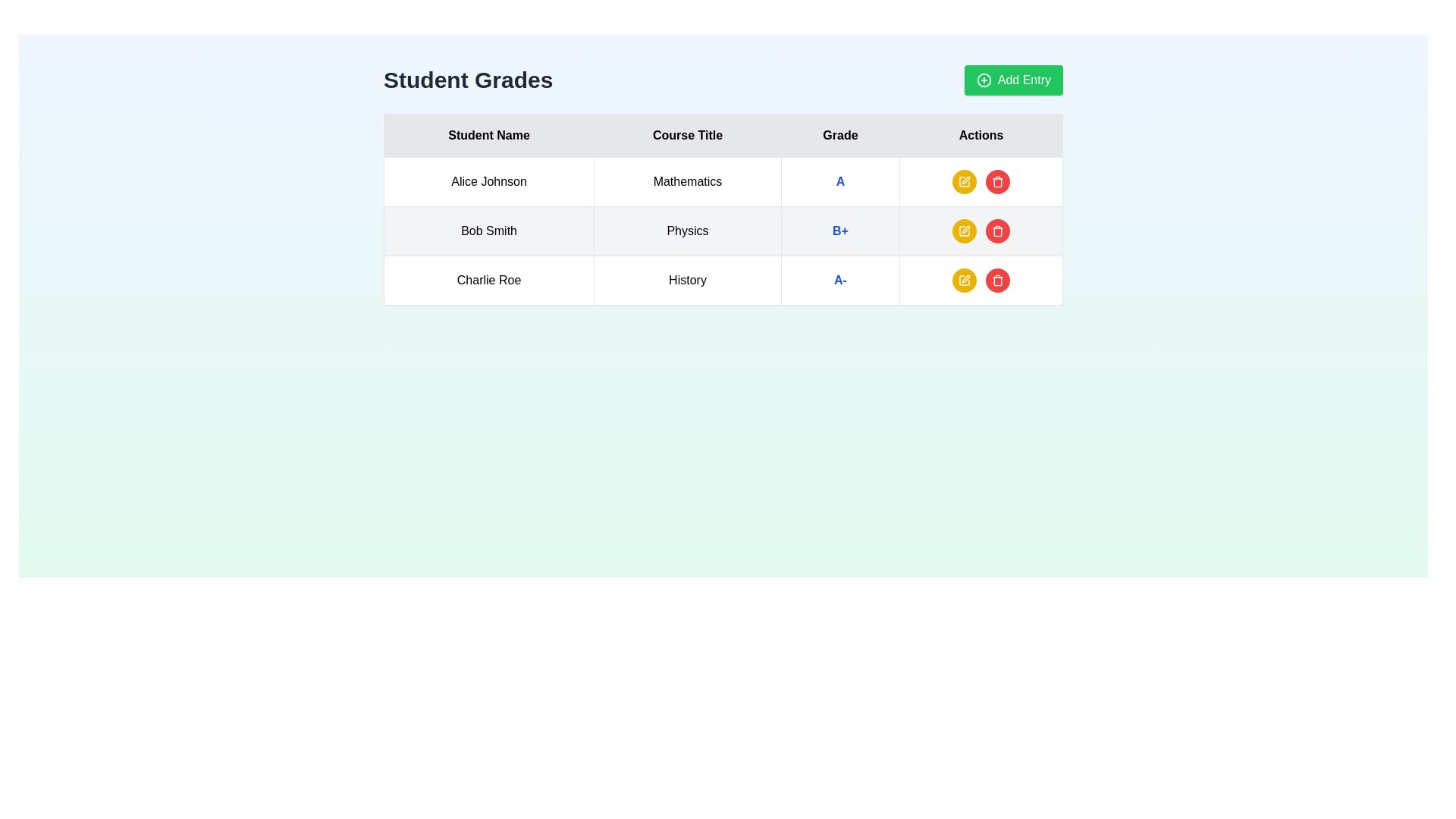 The width and height of the screenshot is (1456, 819). Describe the element at coordinates (467, 80) in the screenshot. I see `the 'Student Grades' text header, which is a prominent and bold label positioned above the data table, acting as its title` at that location.